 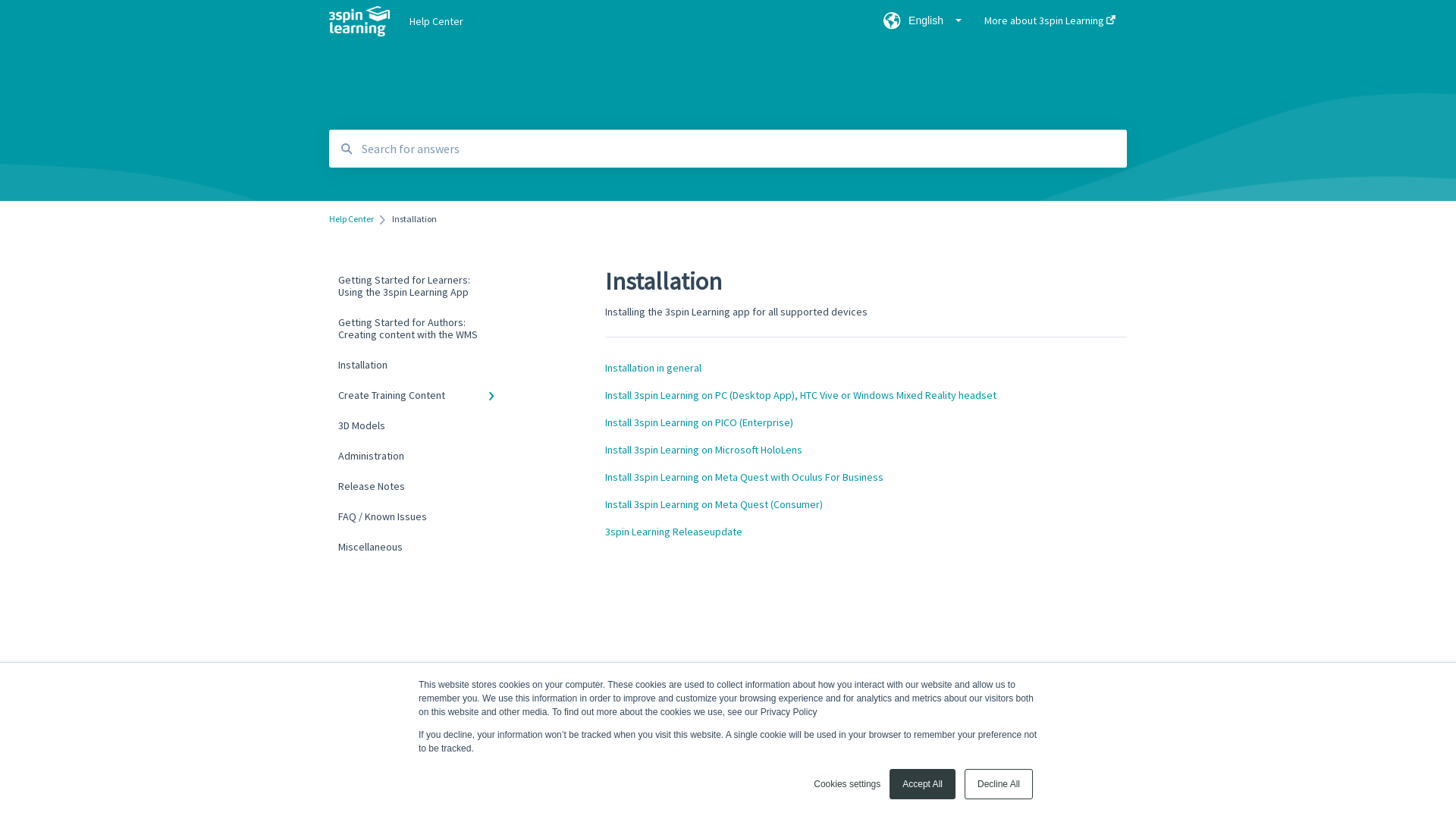 What do you see at coordinates (419, 327) in the screenshot?
I see `'Getting Started for Authors: Creating content with the WMS'` at bounding box center [419, 327].